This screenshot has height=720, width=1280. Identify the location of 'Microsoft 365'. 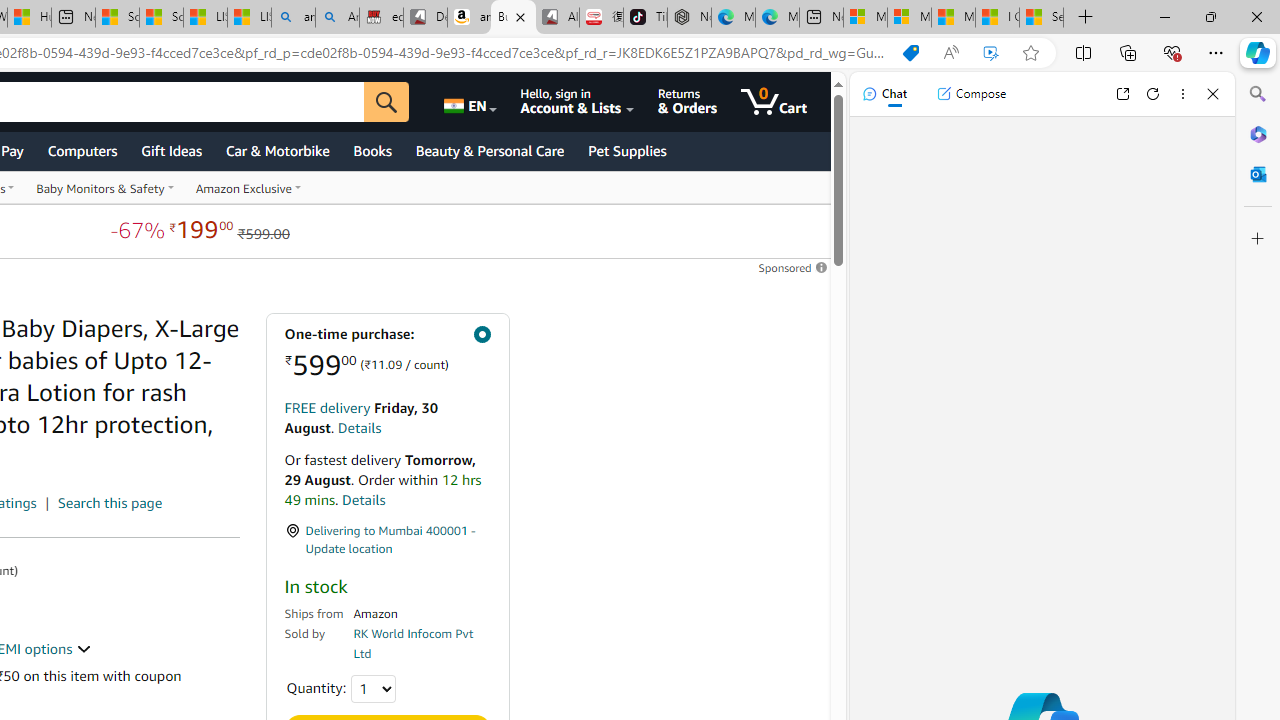
(1257, 133).